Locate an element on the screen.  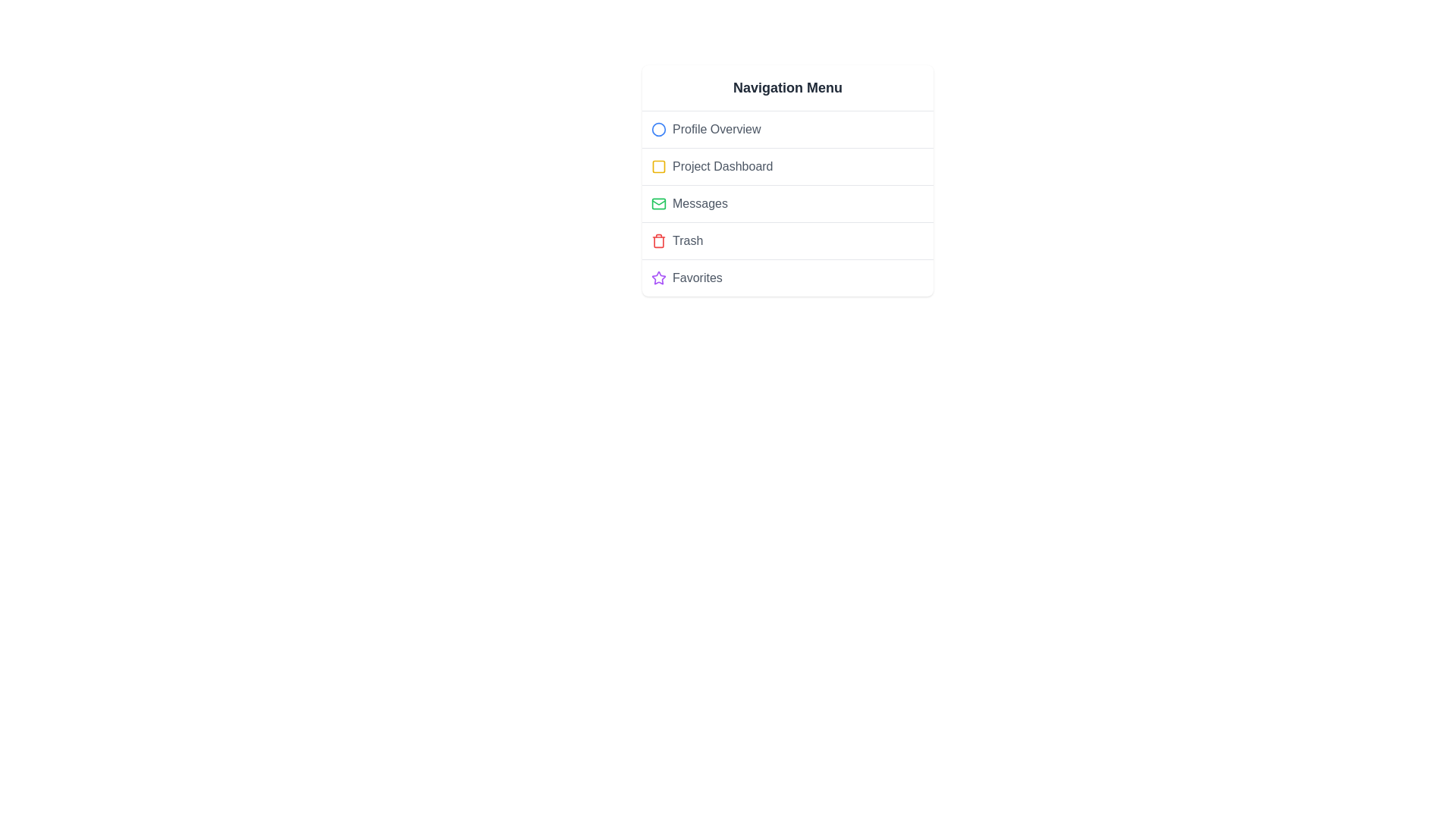
the menu item labeled Project Dashboard is located at coordinates (787, 166).